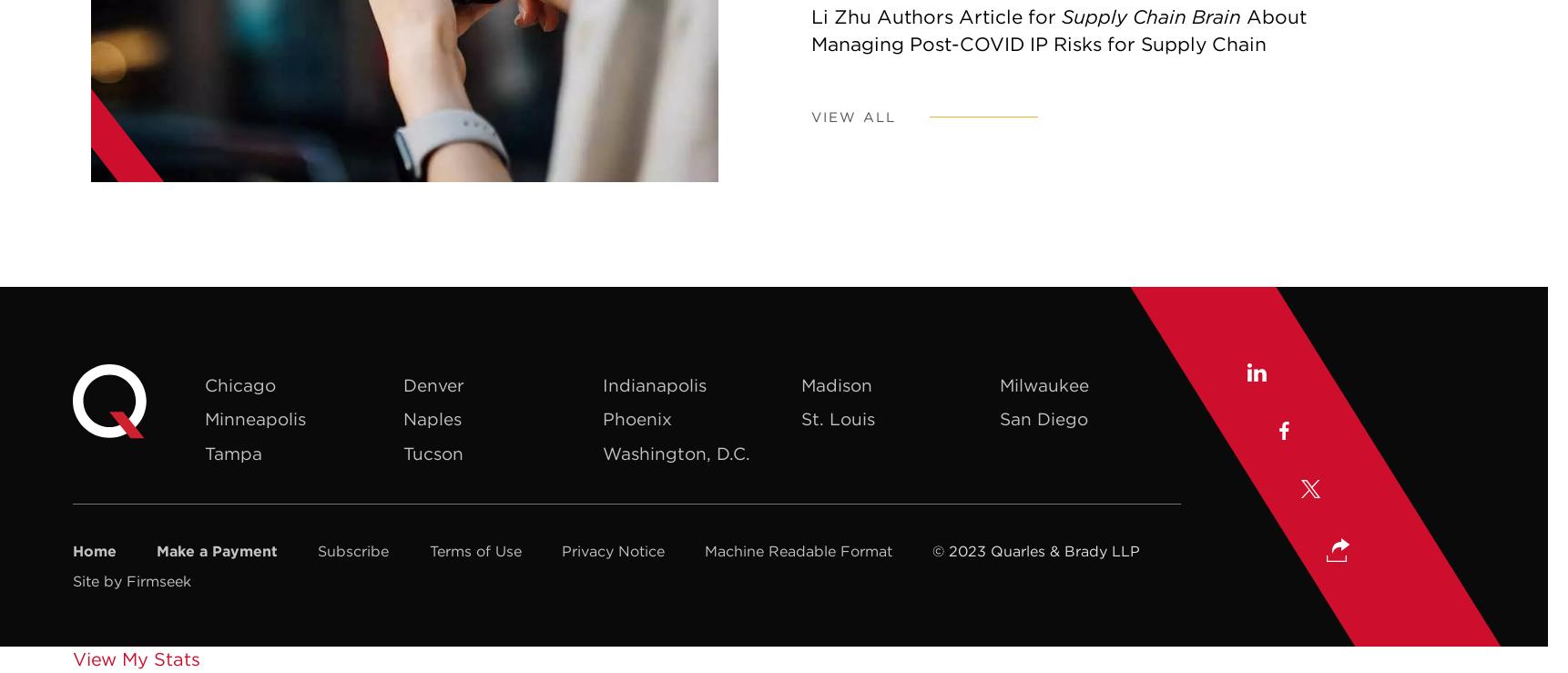 The width and height of the screenshot is (1568, 673). What do you see at coordinates (1044, 382) in the screenshot?
I see `'Milwaukee'` at bounding box center [1044, 382].